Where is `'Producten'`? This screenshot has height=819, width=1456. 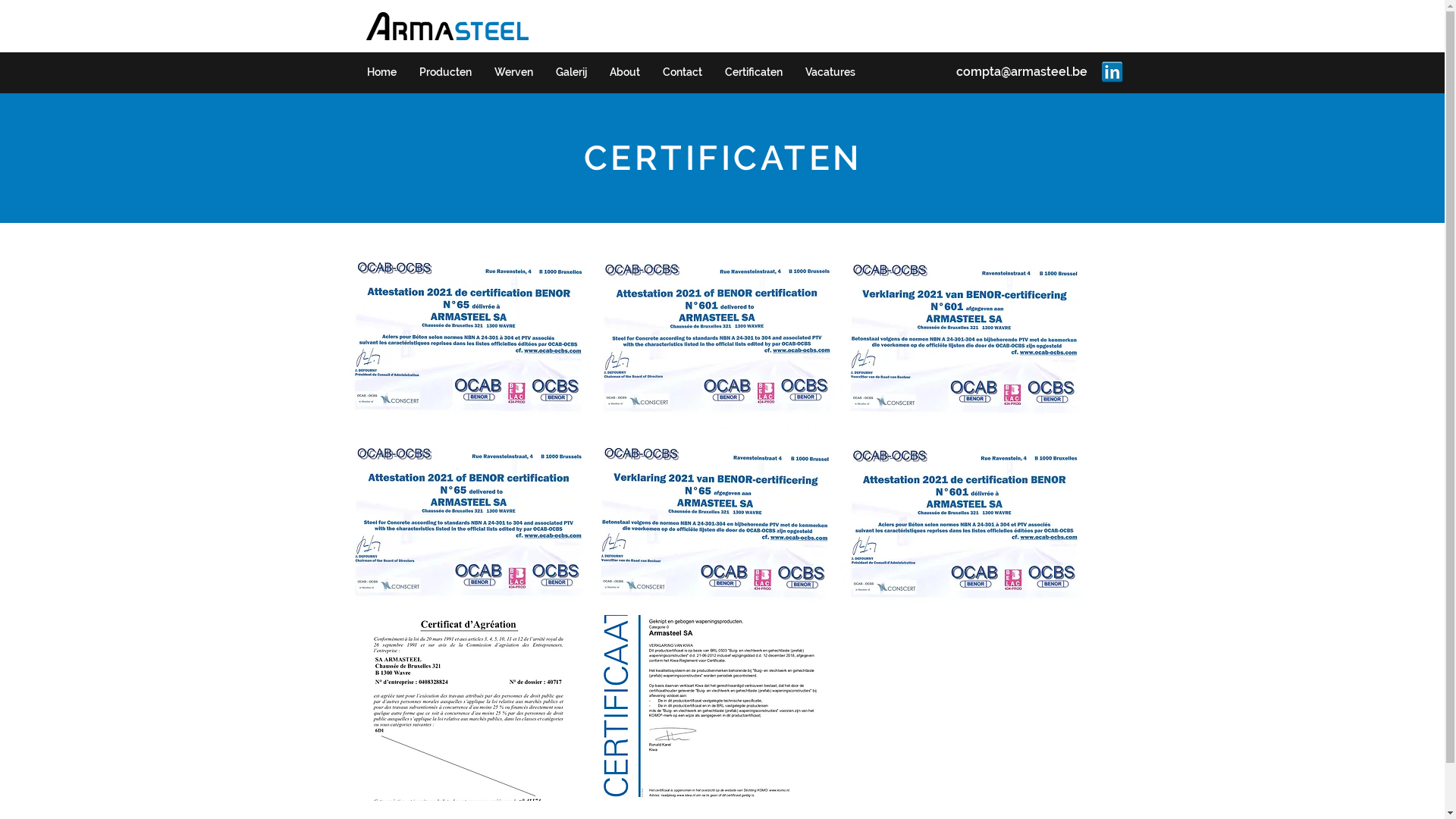
'Producten' is located at coordinates (407, 72).